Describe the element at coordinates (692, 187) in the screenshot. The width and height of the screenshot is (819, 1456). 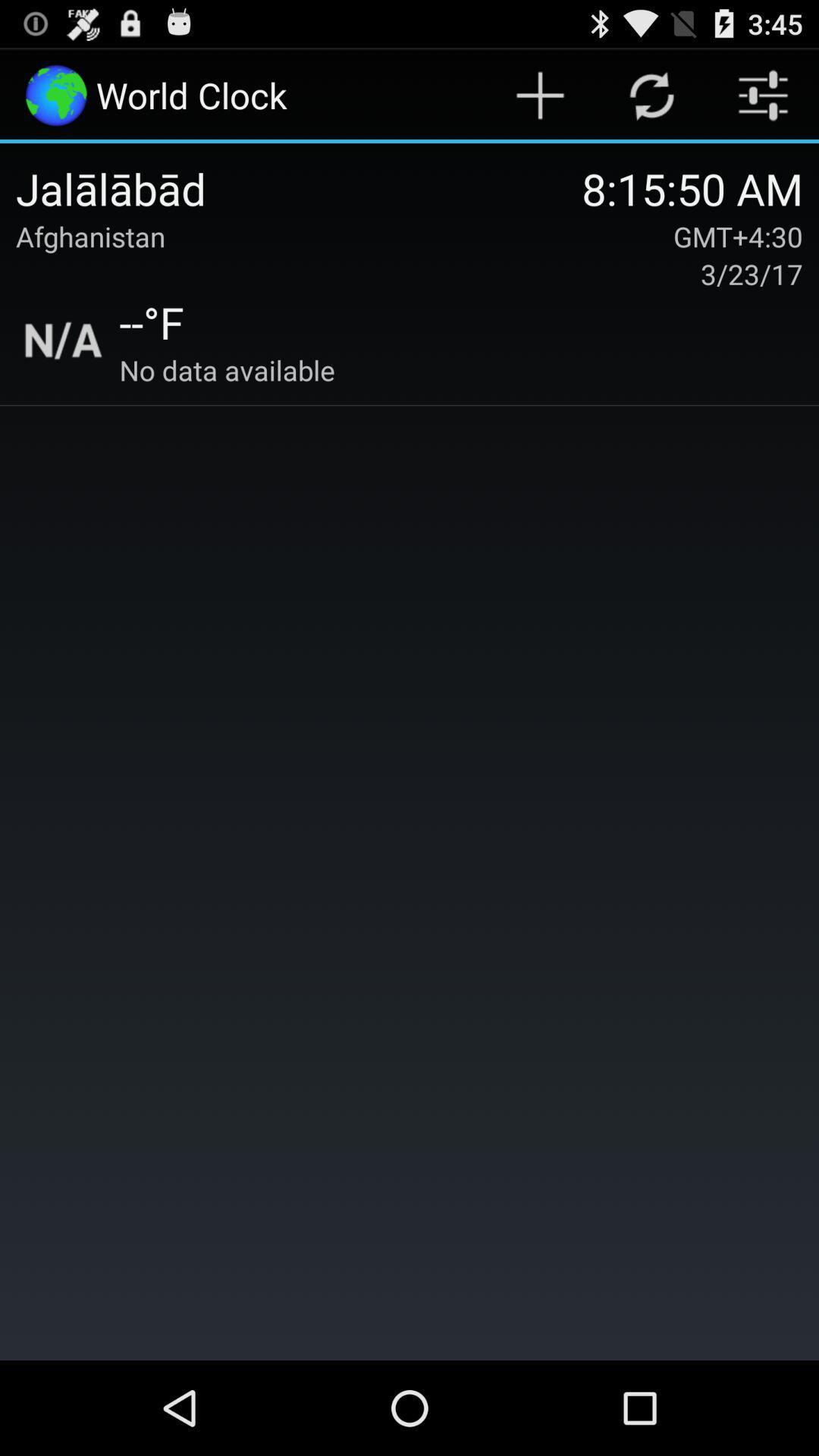
I see `the 8 15 50` at that location.